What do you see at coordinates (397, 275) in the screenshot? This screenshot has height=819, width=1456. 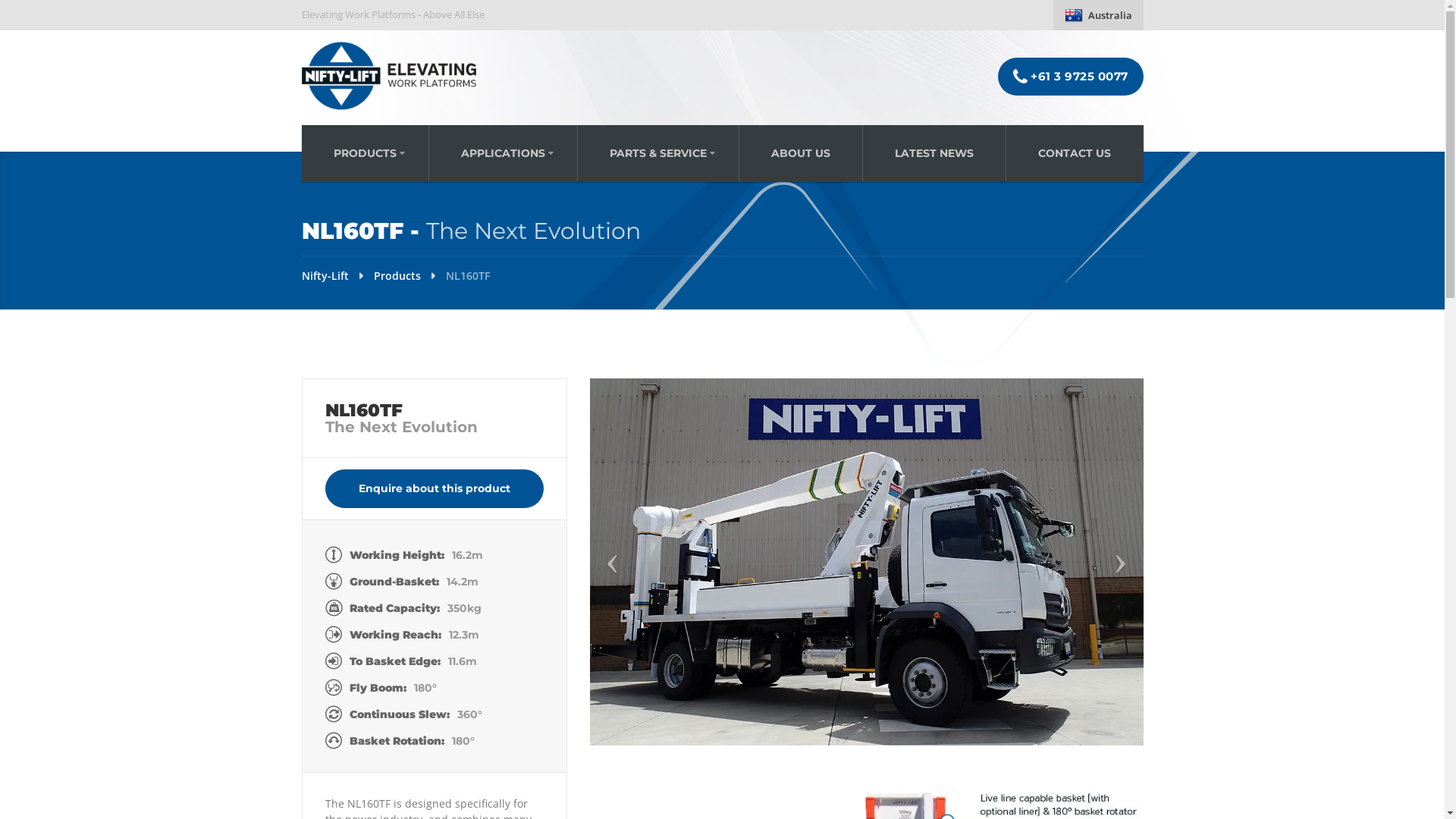 I see `'Products'` at bounding box center [397, 275].